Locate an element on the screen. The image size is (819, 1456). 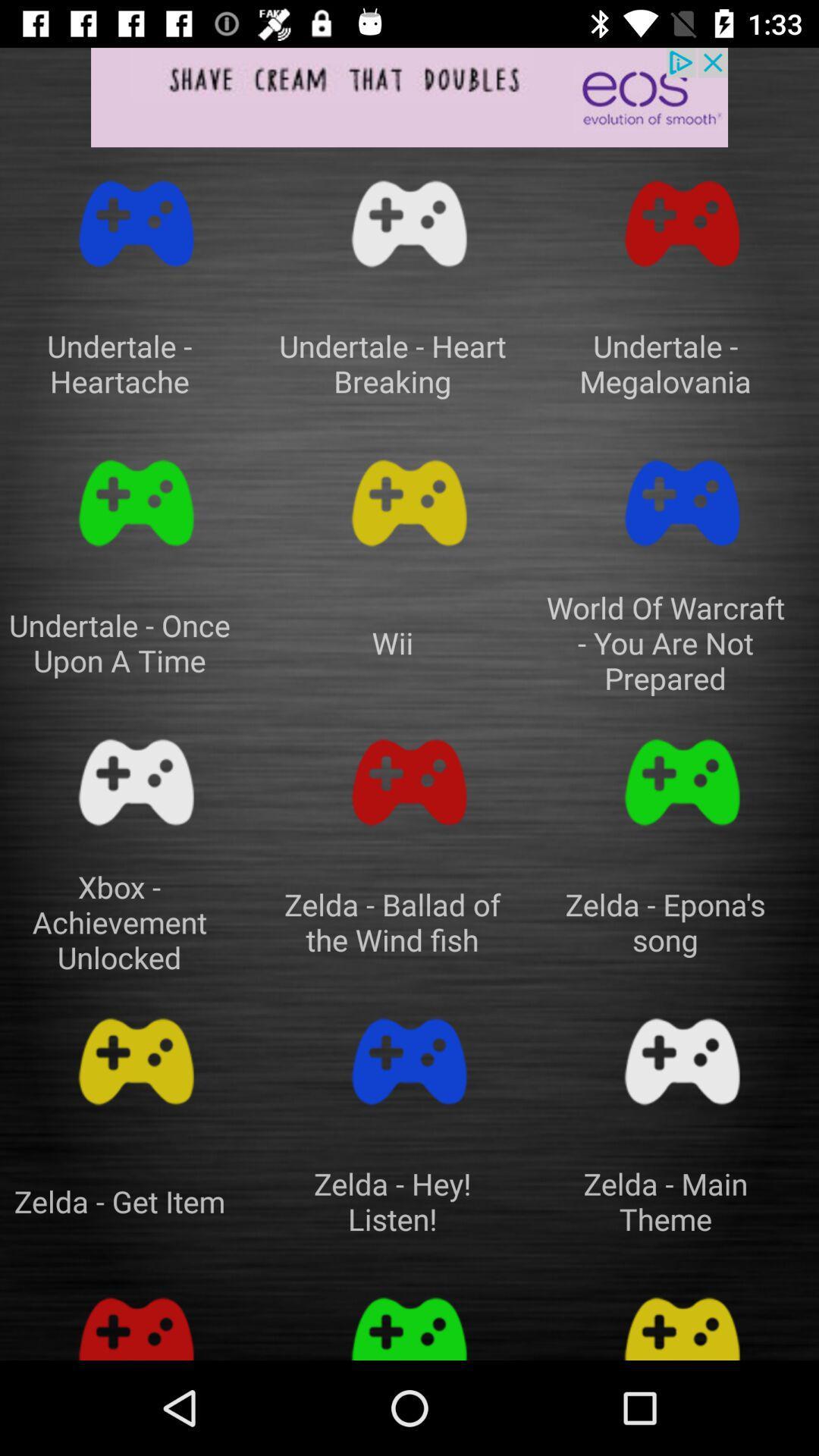
play game is located at coordinates (681, 503).